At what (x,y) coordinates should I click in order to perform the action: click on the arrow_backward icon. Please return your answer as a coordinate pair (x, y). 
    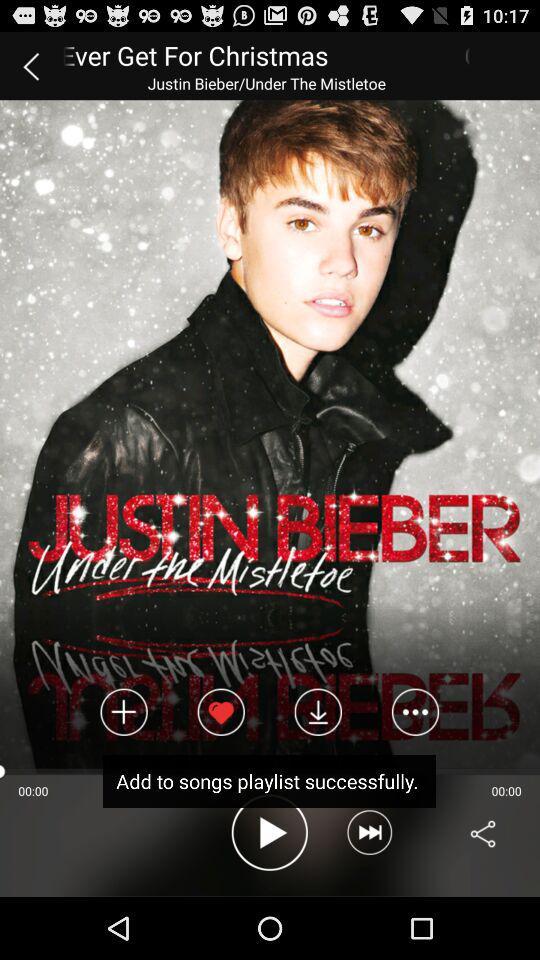
    Looking at the image, I should click on (30, 70).